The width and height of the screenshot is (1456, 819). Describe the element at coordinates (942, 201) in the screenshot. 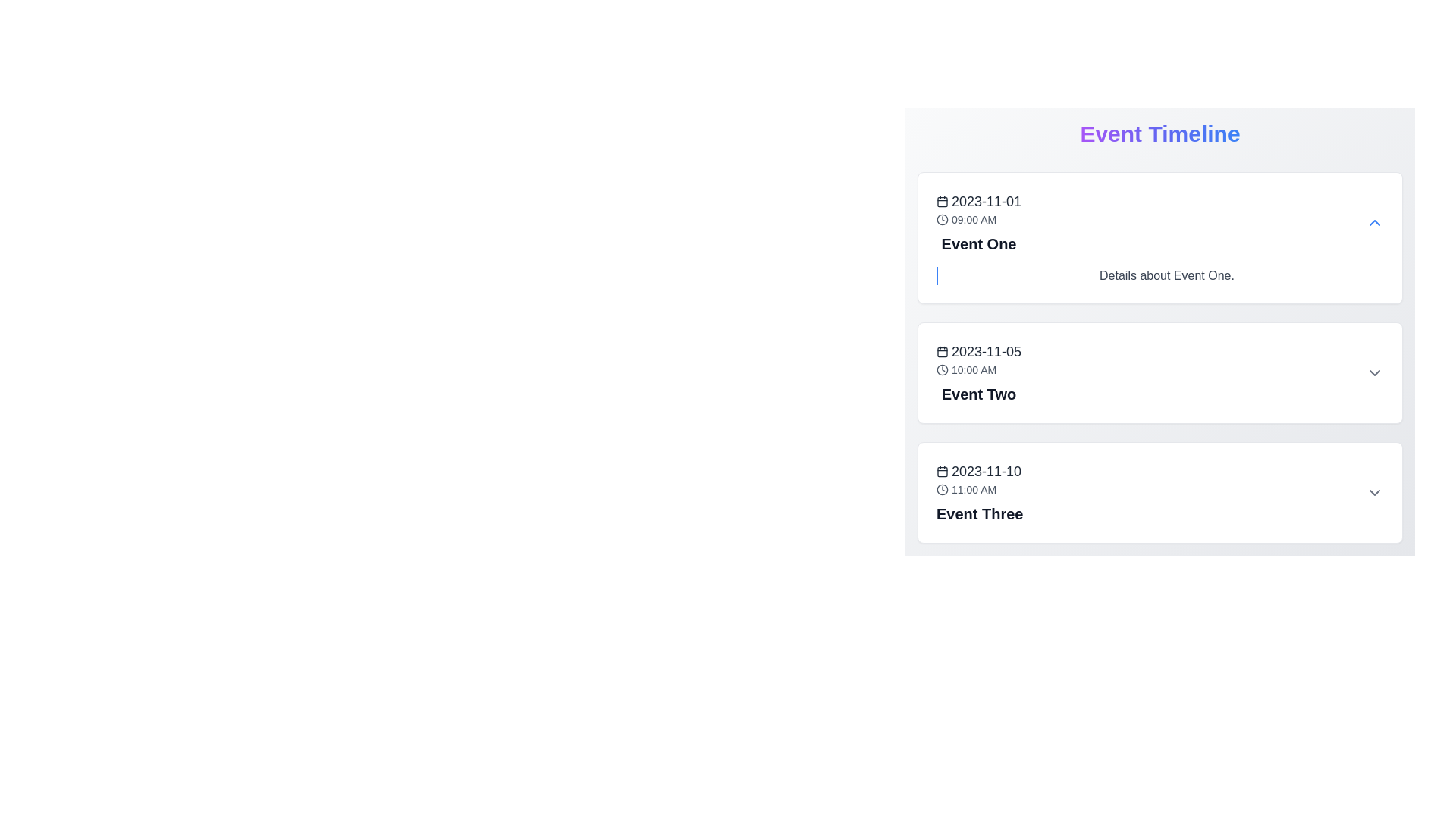

I see `the date indicator icon located to the left of the date '2023-11-01' in the Event Timeline section` at that location.